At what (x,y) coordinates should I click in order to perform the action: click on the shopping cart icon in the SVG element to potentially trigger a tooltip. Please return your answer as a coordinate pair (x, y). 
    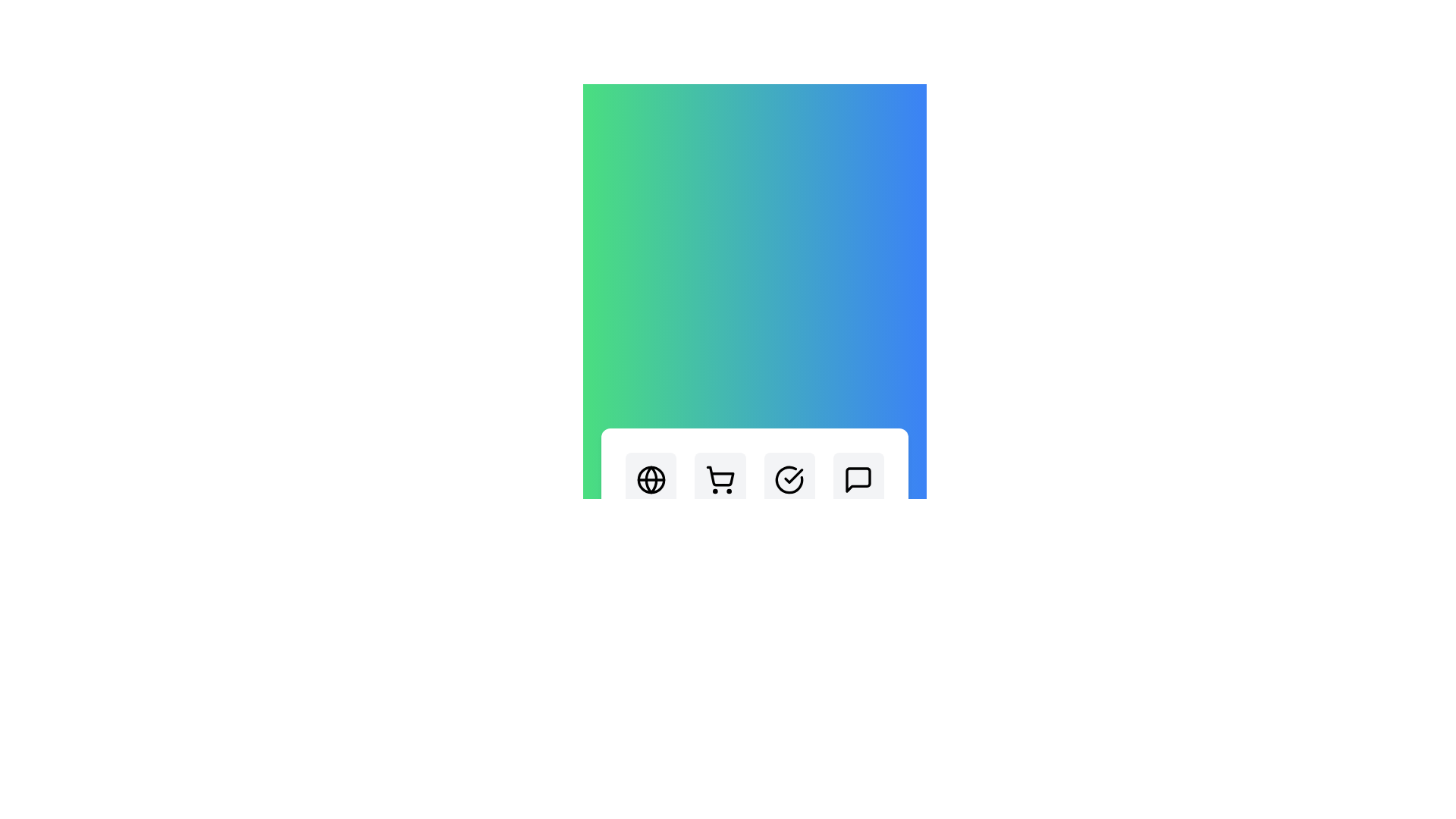
    Looking at the image, I should click on (720, 475).